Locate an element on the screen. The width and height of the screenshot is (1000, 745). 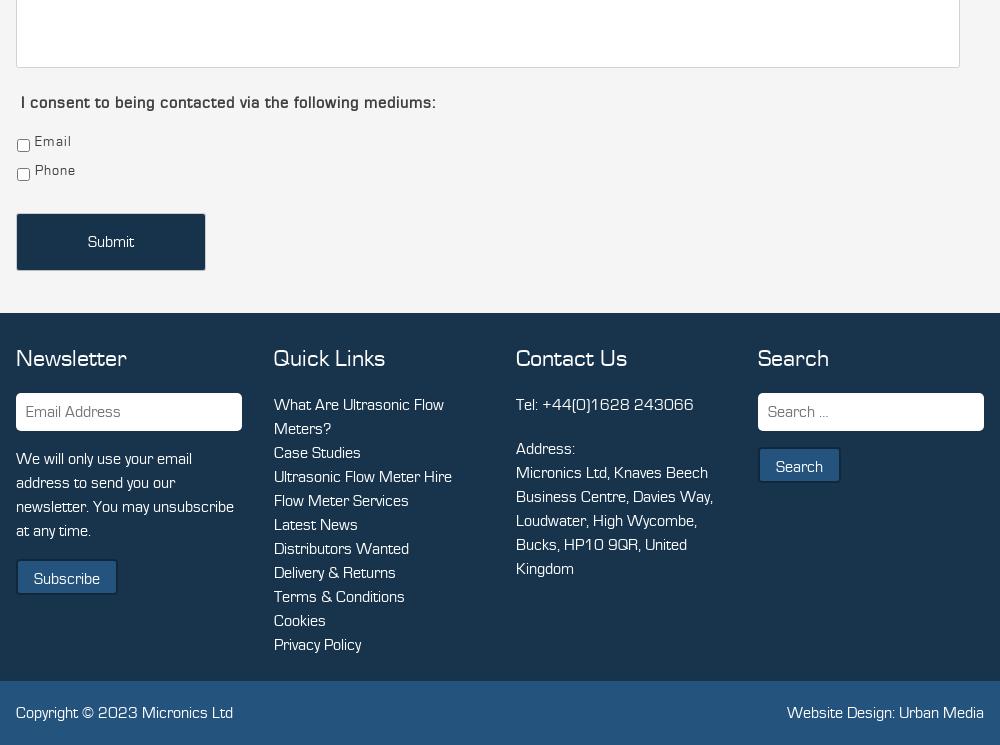
'Latest News' is located at coordinates (315, 524).